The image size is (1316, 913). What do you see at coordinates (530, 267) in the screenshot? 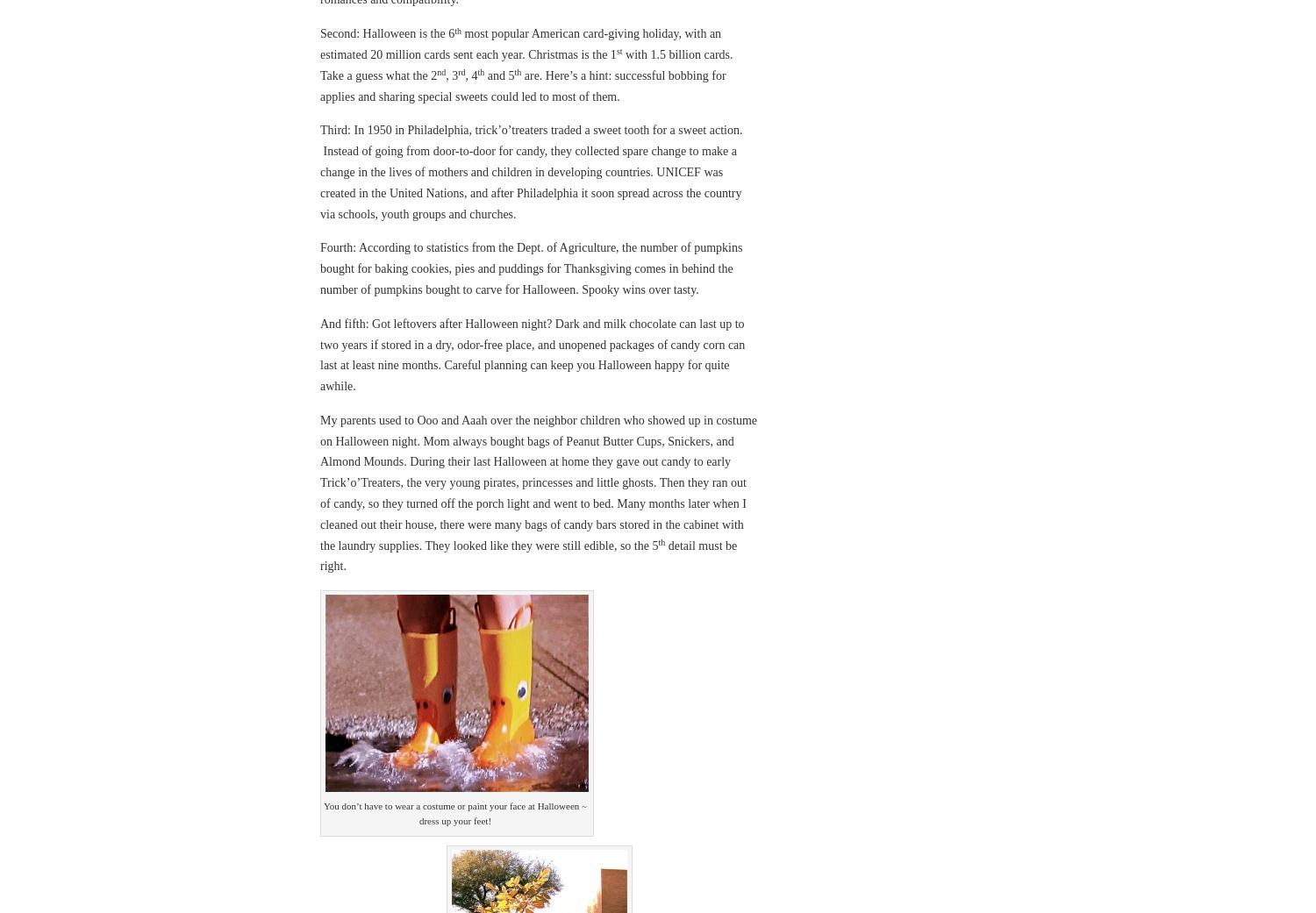
I see `'Fourth: According to statistics from the Dept. of Agriculture, the number of pumpkins bought for baking cookies, pies and puddings for Thanksgiving comes in behind the number of pumpkins bought to carve for Halloween. Spooky wins over tasty.'` at bounding box center [530, 267].